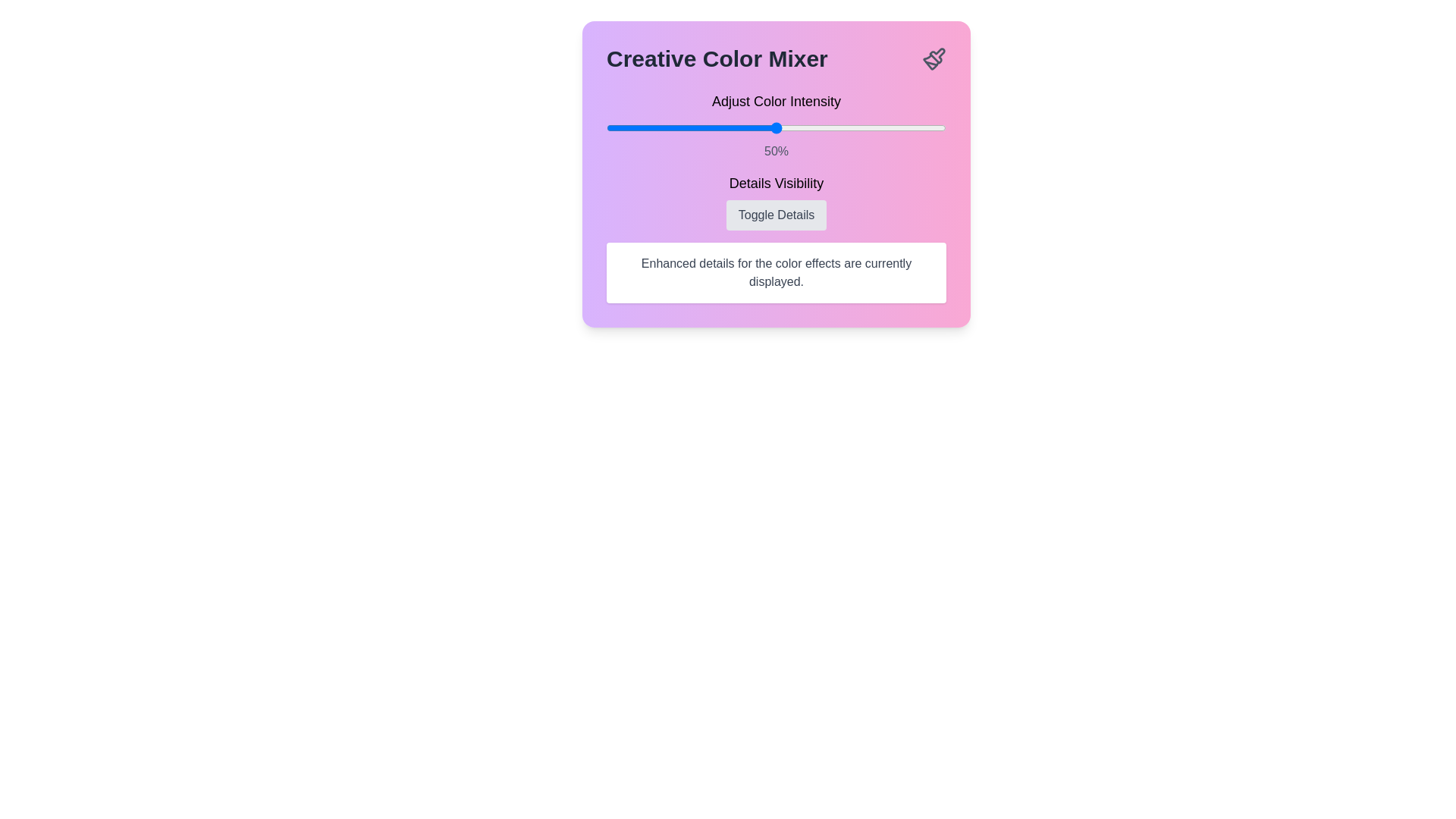 Image resolution: width=1456 pixels, height=819 pixels. I want to click on the color intensity, so click(620, 127).